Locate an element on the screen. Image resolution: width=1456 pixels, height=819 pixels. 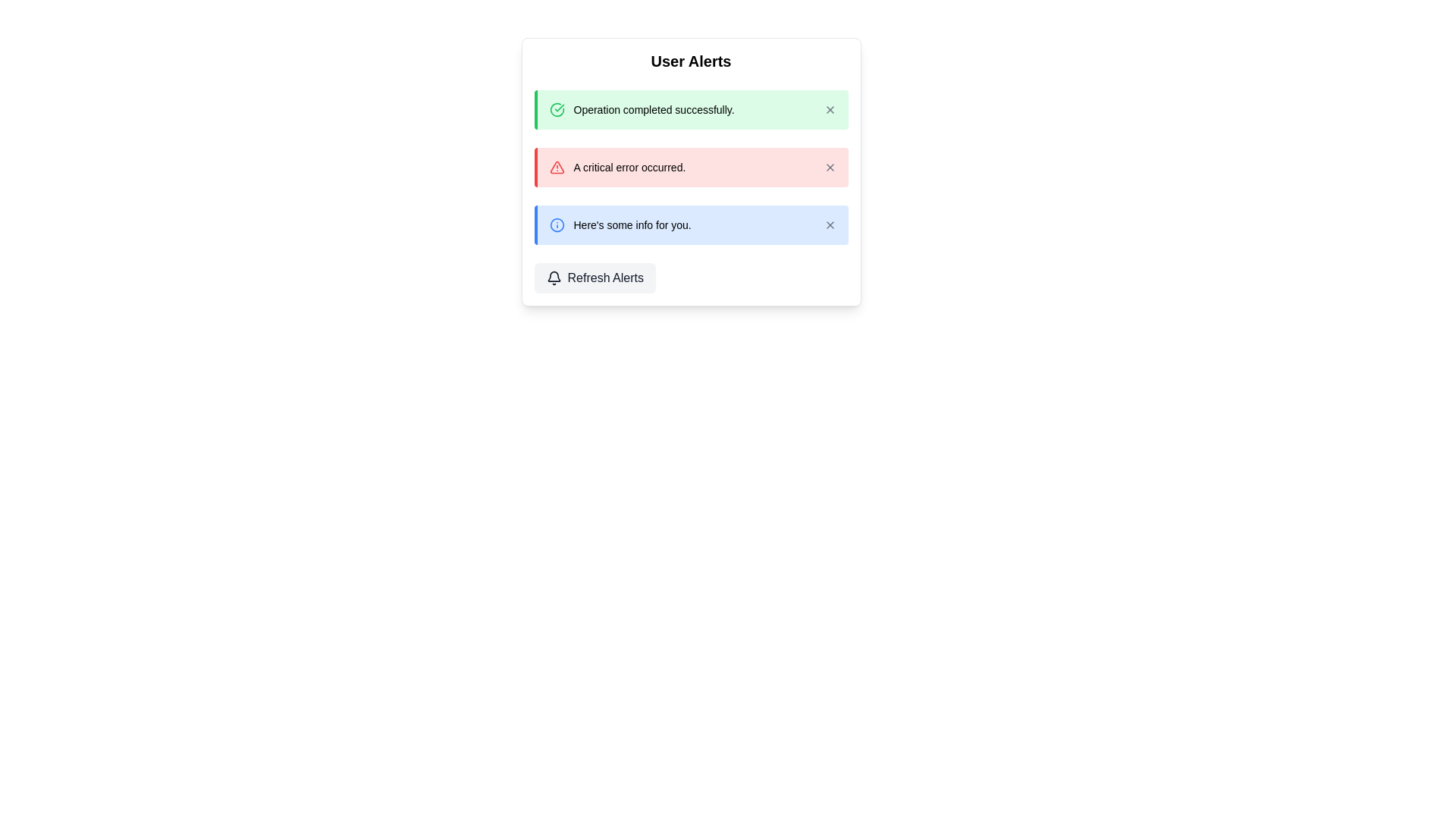
text of the warning message label, which is the second item in a vertically stacked list of notification messages, positioned to the right of the red warning triangle icon is located at coordinates (617, 167).